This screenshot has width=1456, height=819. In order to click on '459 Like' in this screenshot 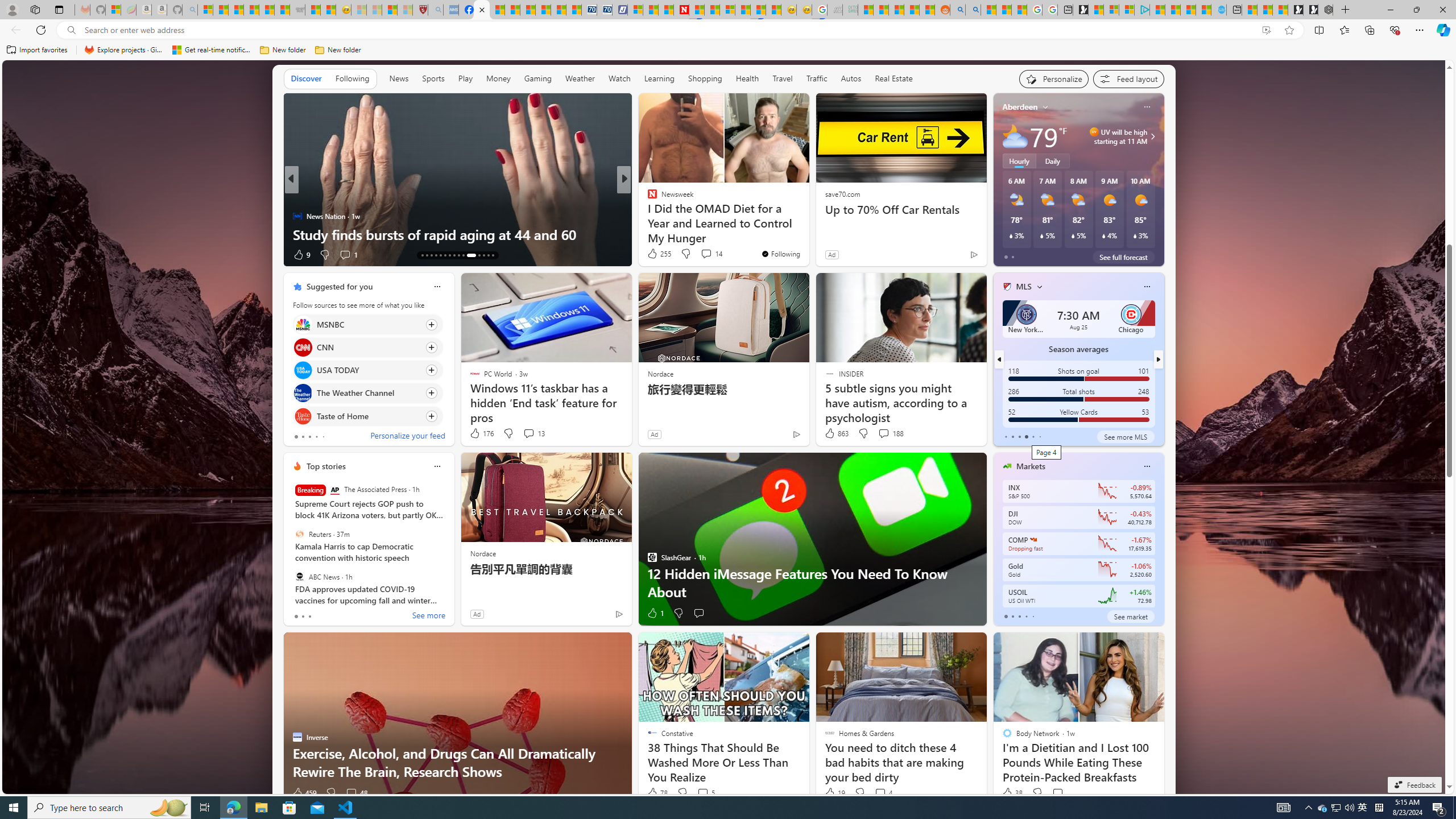, I will do `click(303, 792)`.